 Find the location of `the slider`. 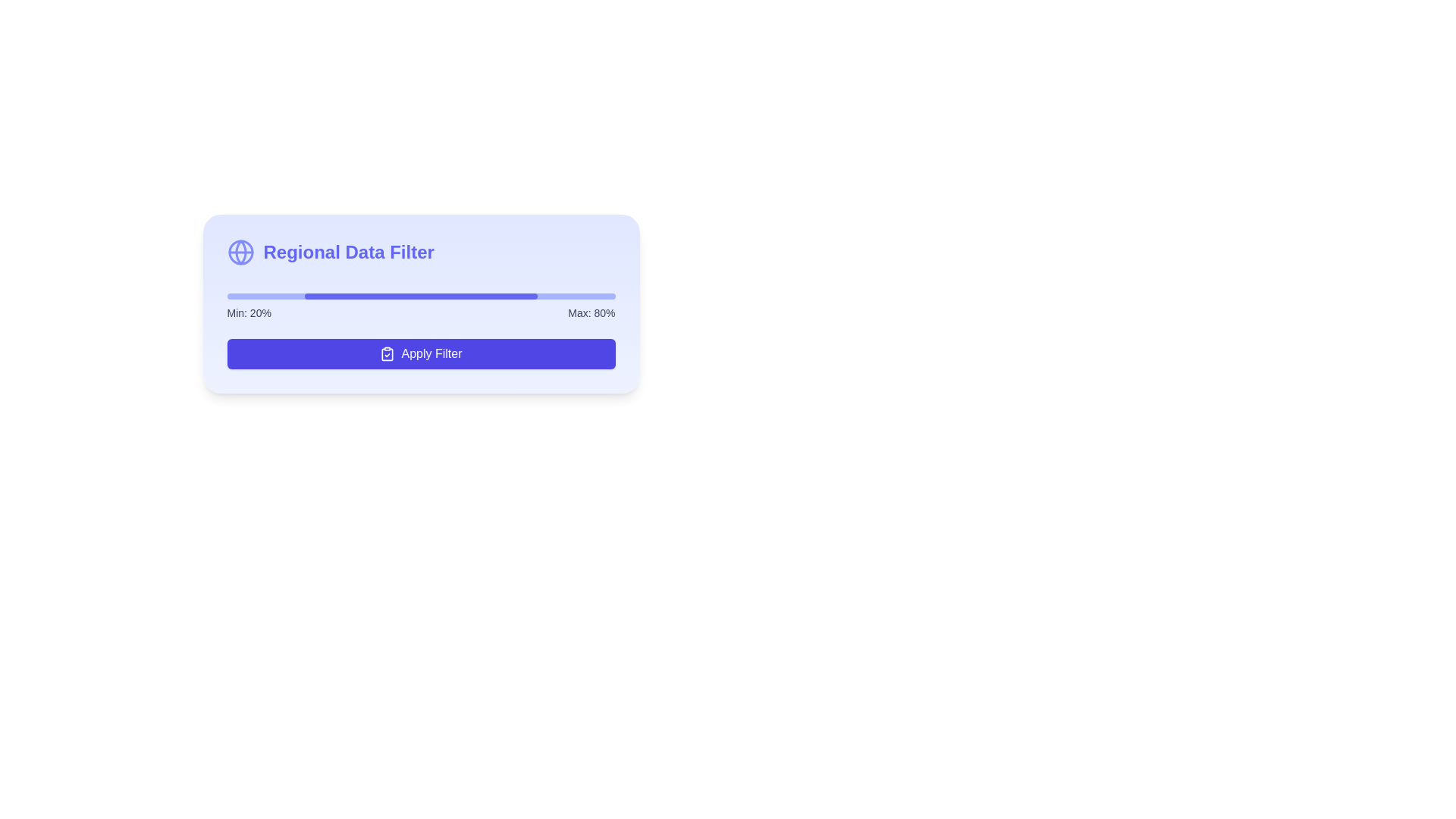

the slider is located at coordinates (262, 293).